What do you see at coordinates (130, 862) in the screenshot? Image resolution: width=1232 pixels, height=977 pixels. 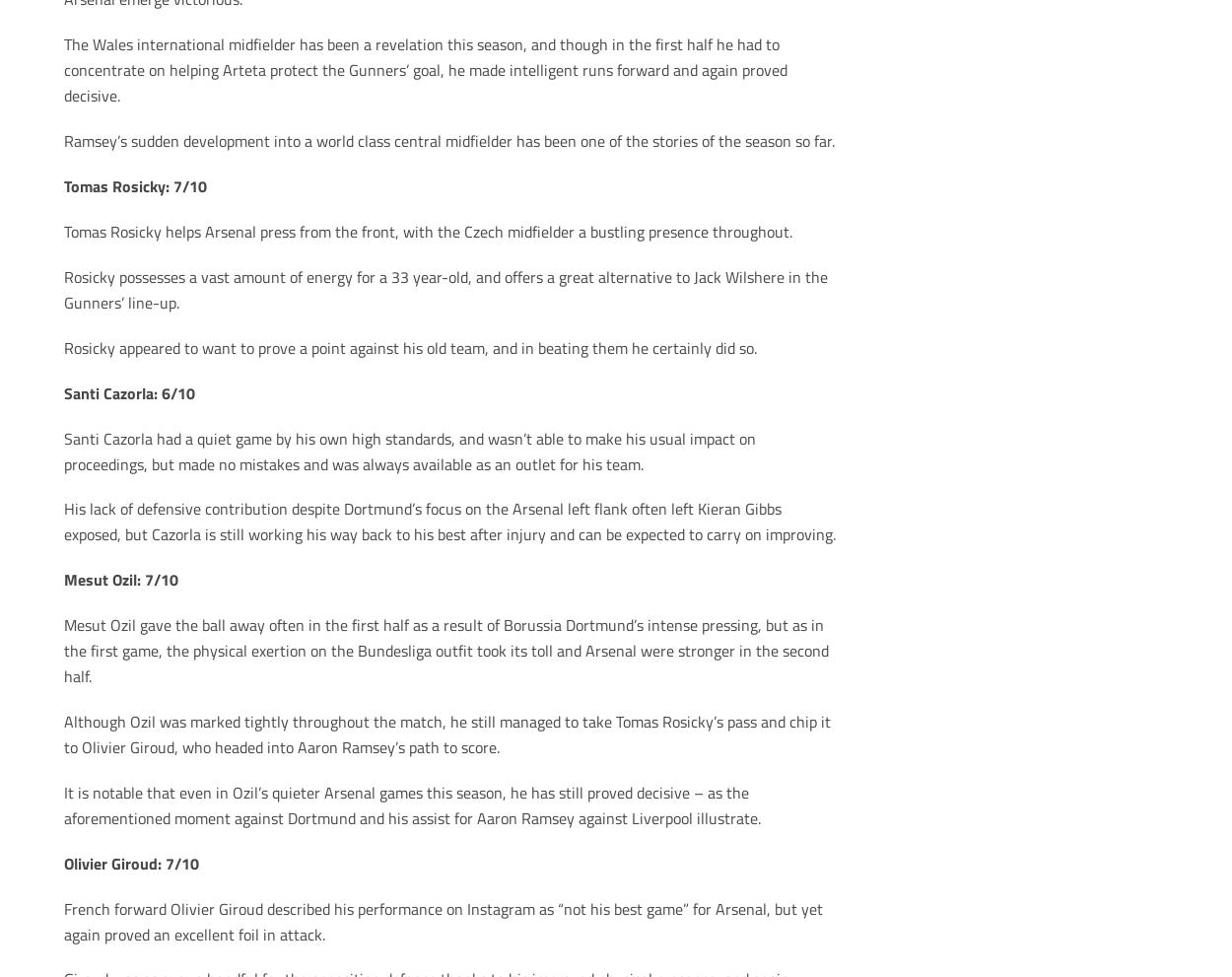 I see `'Olivier Giroud: 7/10'` at bounding box center [130, 862].